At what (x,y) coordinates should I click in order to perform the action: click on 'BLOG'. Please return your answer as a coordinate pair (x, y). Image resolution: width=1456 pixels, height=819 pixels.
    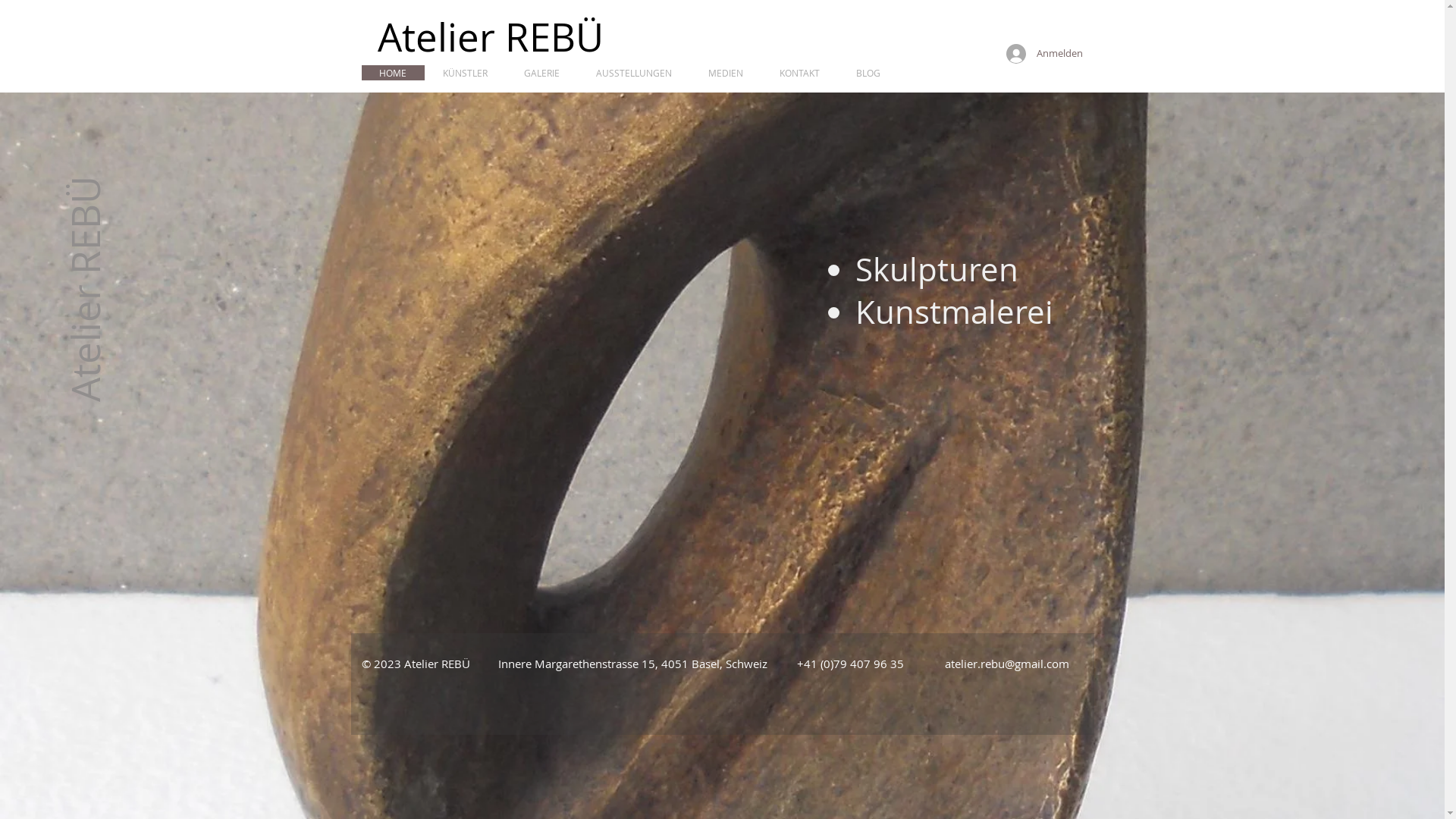
    Looking at the image, I should click on (767, 74).